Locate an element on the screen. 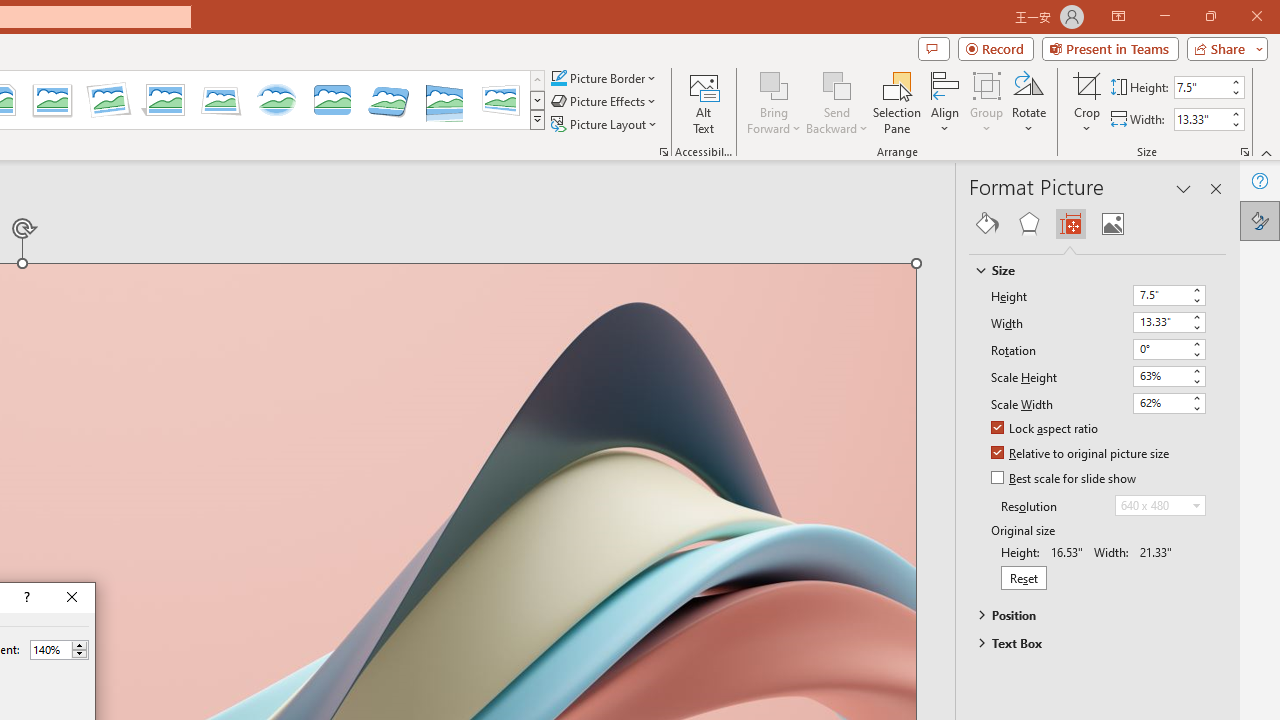 The image size is (1280, 720). 'Scale Width' is located at coordinates (1169, 403).